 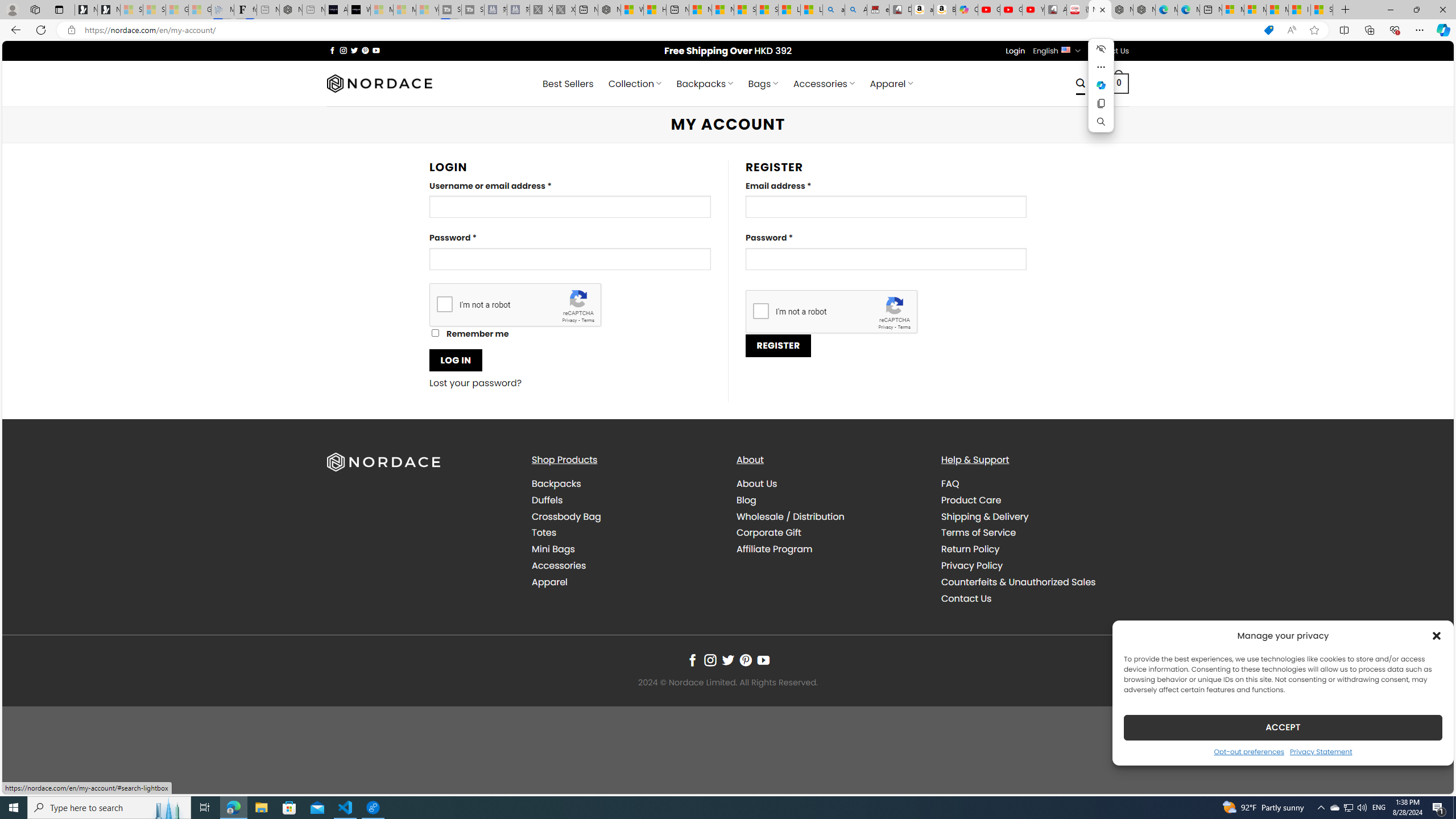 I want to click on 'Follow on Pinterest', so click(x=744, y=660).